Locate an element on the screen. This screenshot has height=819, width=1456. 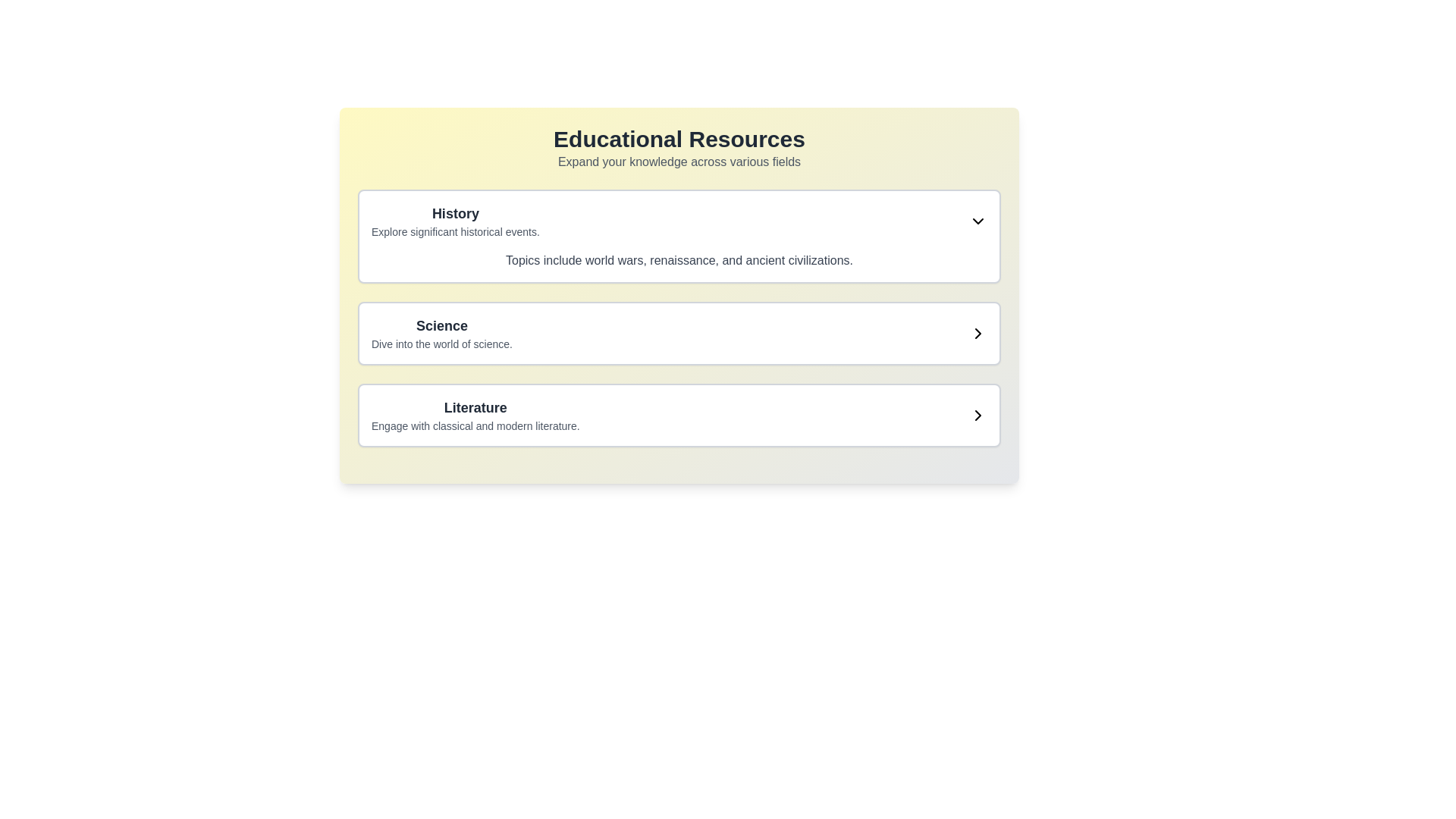
the 'Science' category Text Block in the educational resource menu is located at coordinates (441, 332).